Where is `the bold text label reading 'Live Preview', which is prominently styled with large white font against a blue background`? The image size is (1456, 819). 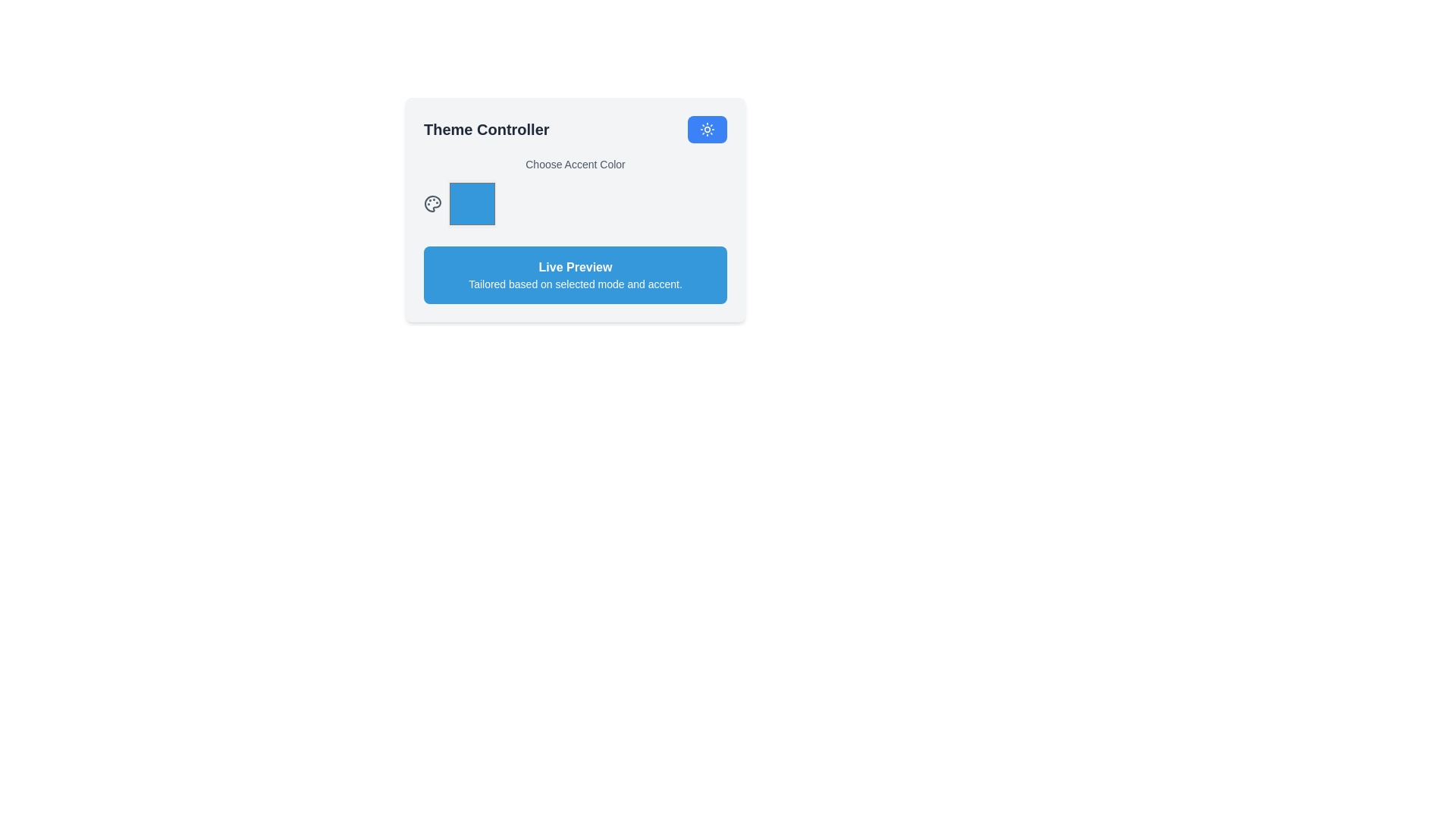
the bold text label reading 'Live Preview', which is prominently styled with large white font against a blue background is located at coordinates (574, 267).